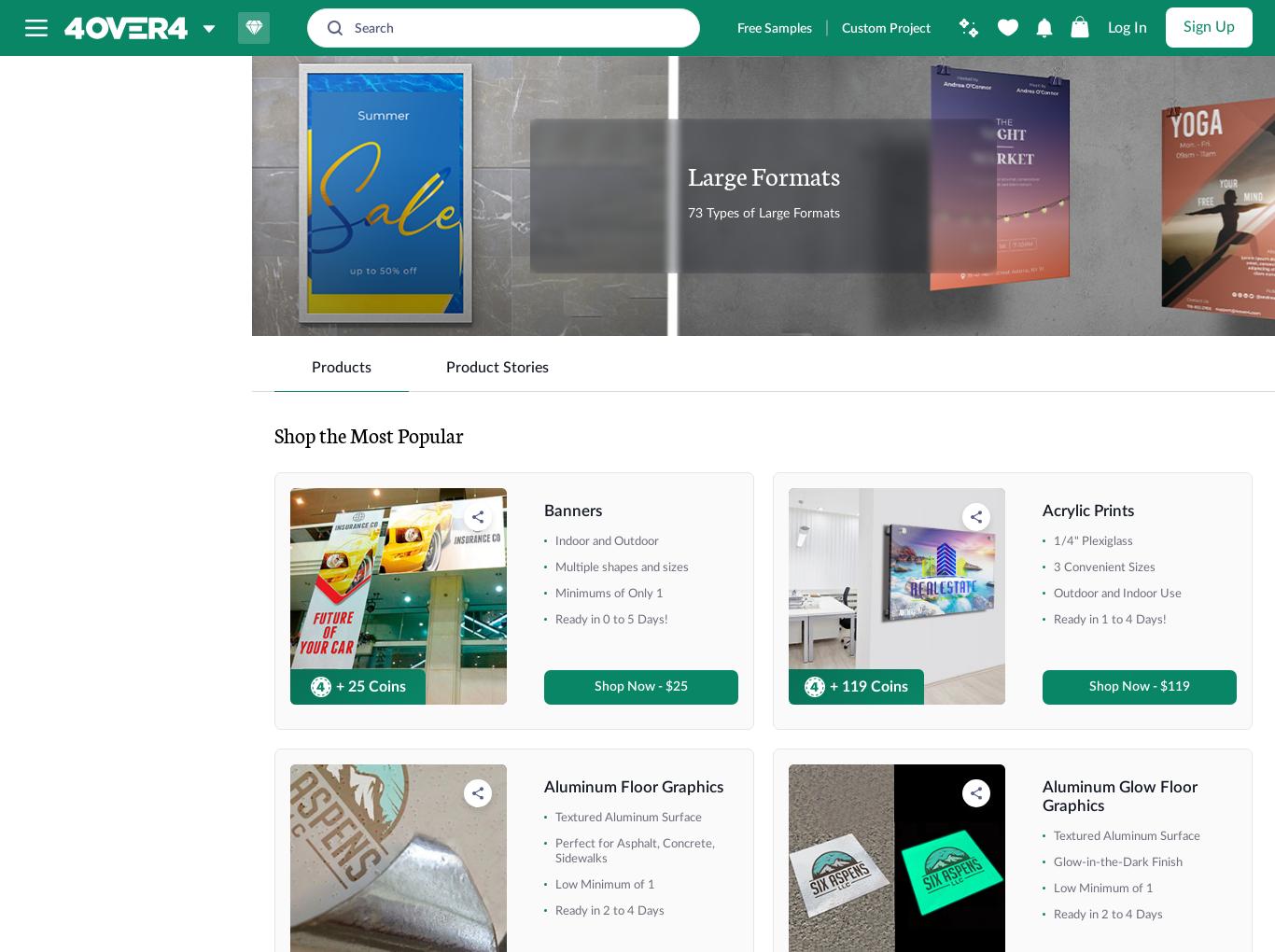 The width and height of the screenshot is (1275, 952). What do you see at coordinates (77, 472) in the screenshot?
I see `'12" Circle'` at bounding box center [77, 472].